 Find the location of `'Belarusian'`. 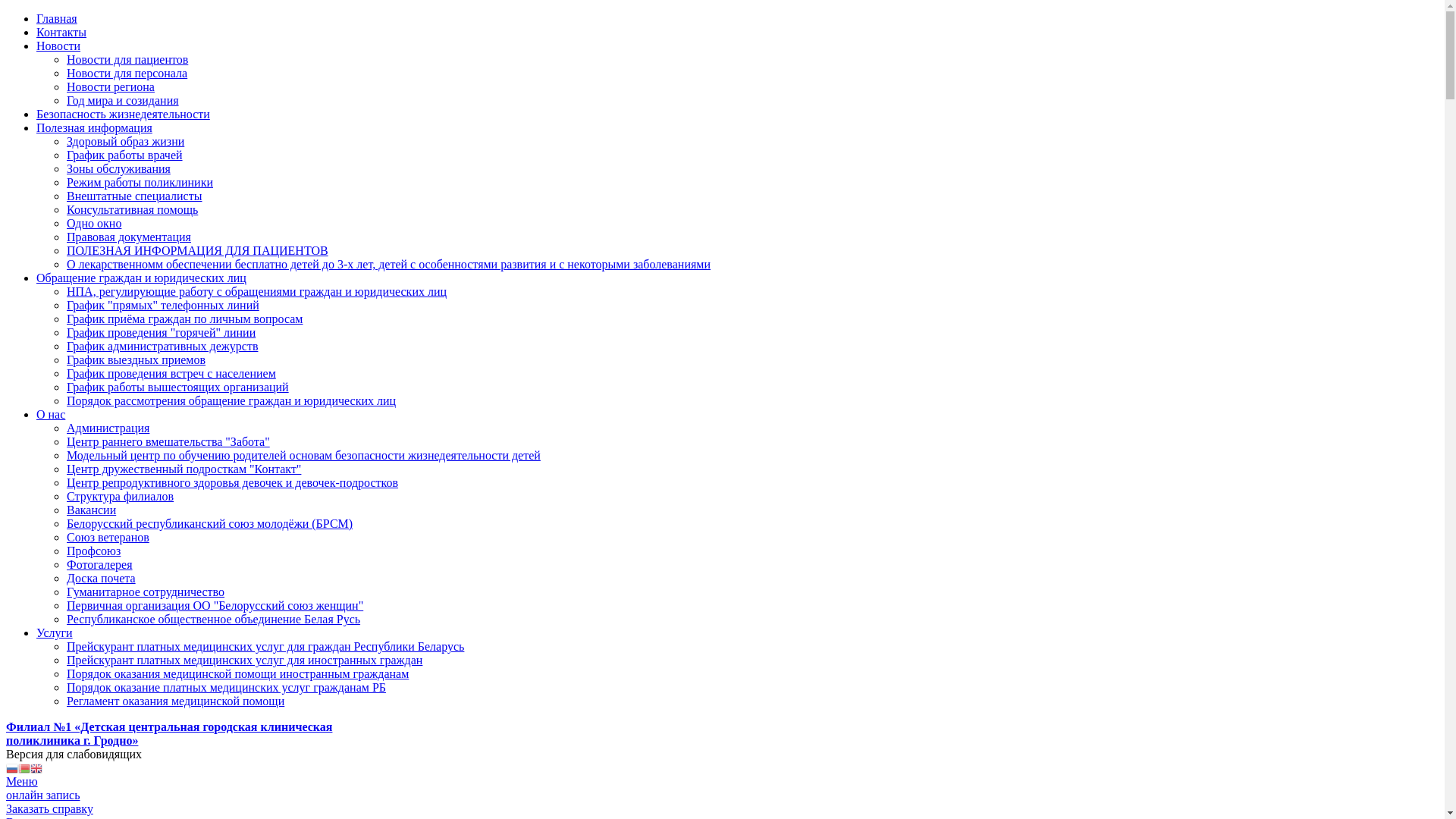

'Belarusian' is located at coordinates (24, 767).